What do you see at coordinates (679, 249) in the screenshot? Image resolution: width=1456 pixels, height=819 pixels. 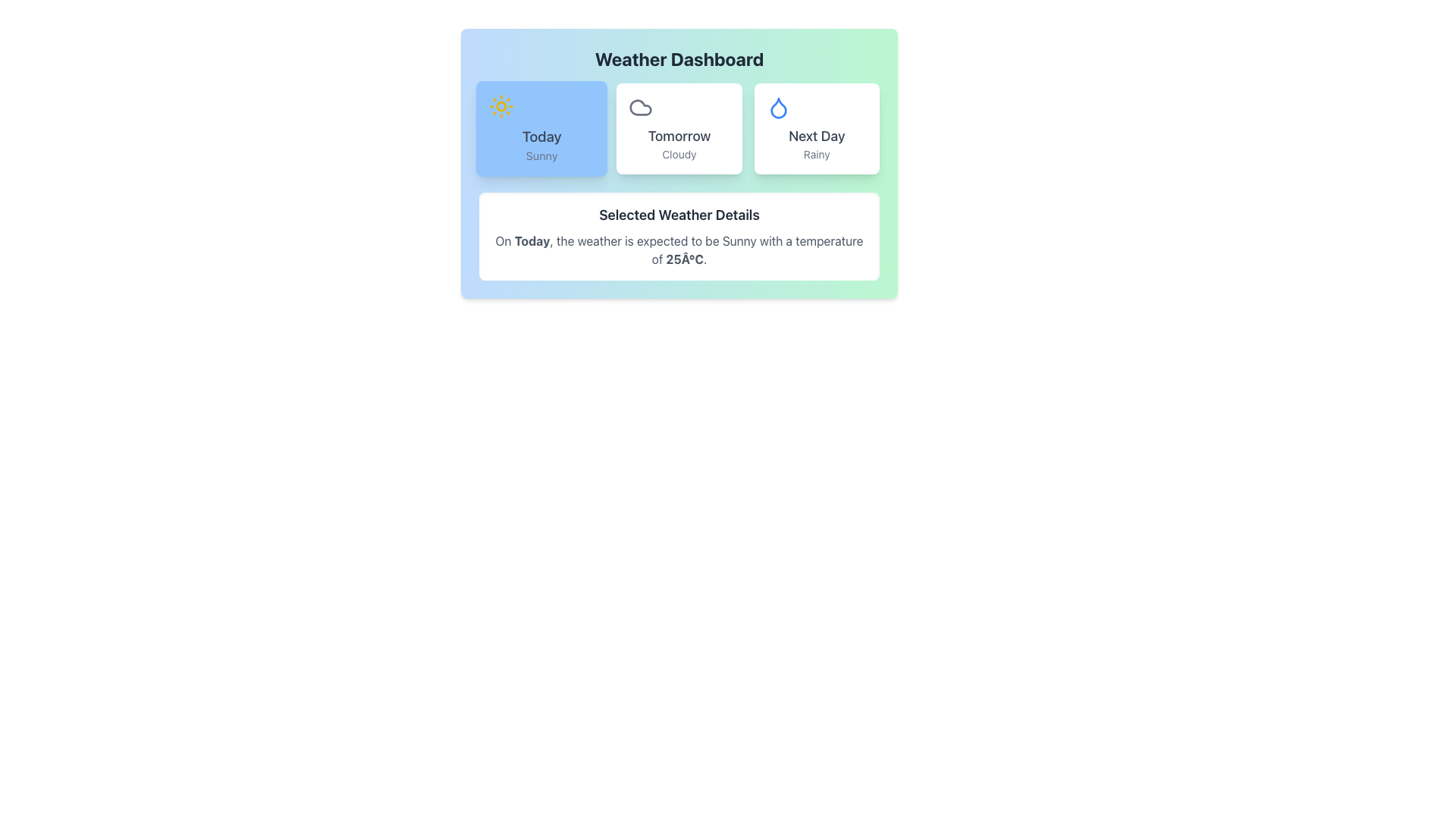 I see `the text block displaying the weather details, which includes the content 'On Today, the weather is expected to be Sunny with a temperature of 25°C.'` at bounding box center [679, 249].